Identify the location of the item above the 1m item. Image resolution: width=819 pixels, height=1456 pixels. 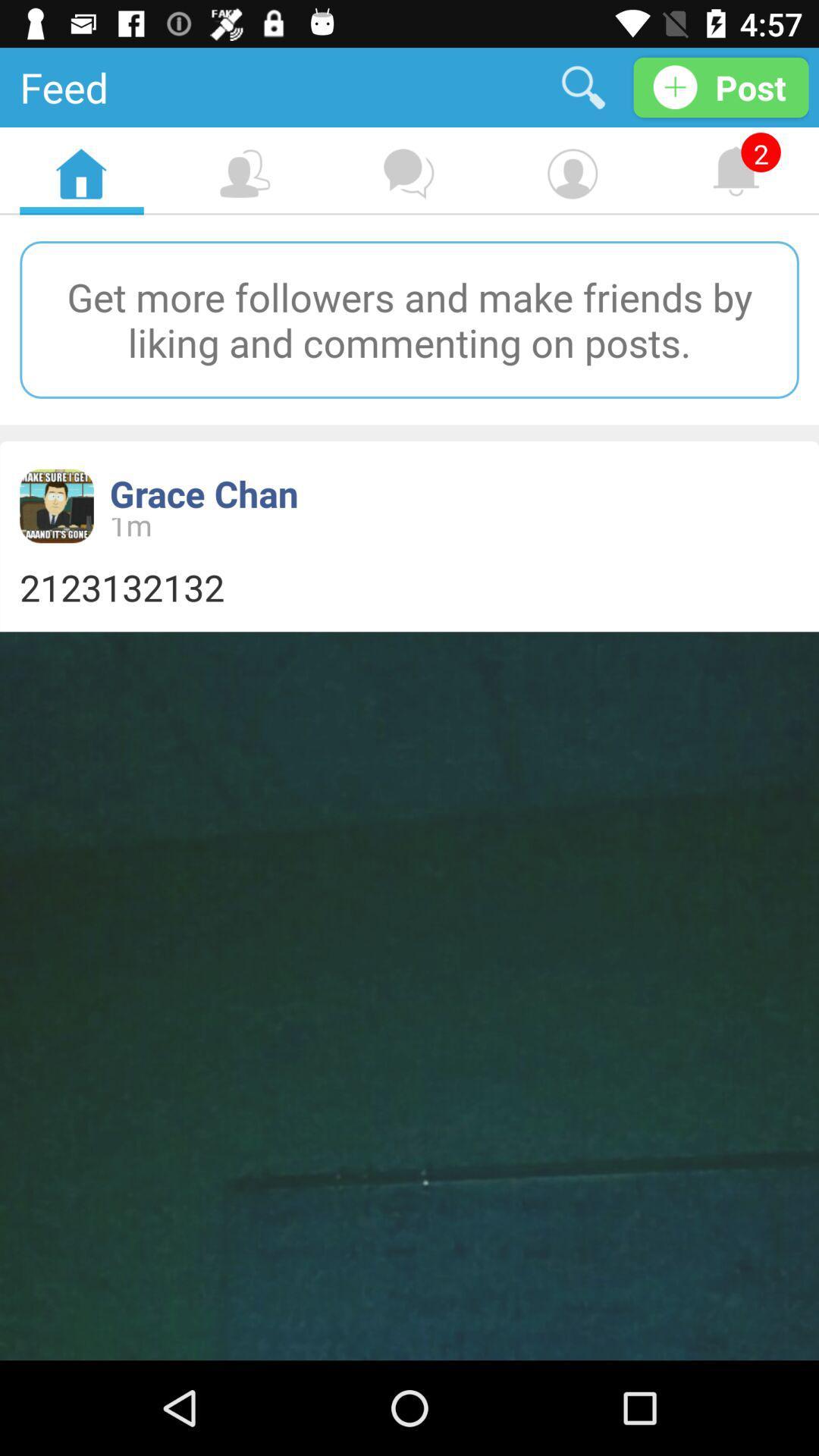
(203, 494).